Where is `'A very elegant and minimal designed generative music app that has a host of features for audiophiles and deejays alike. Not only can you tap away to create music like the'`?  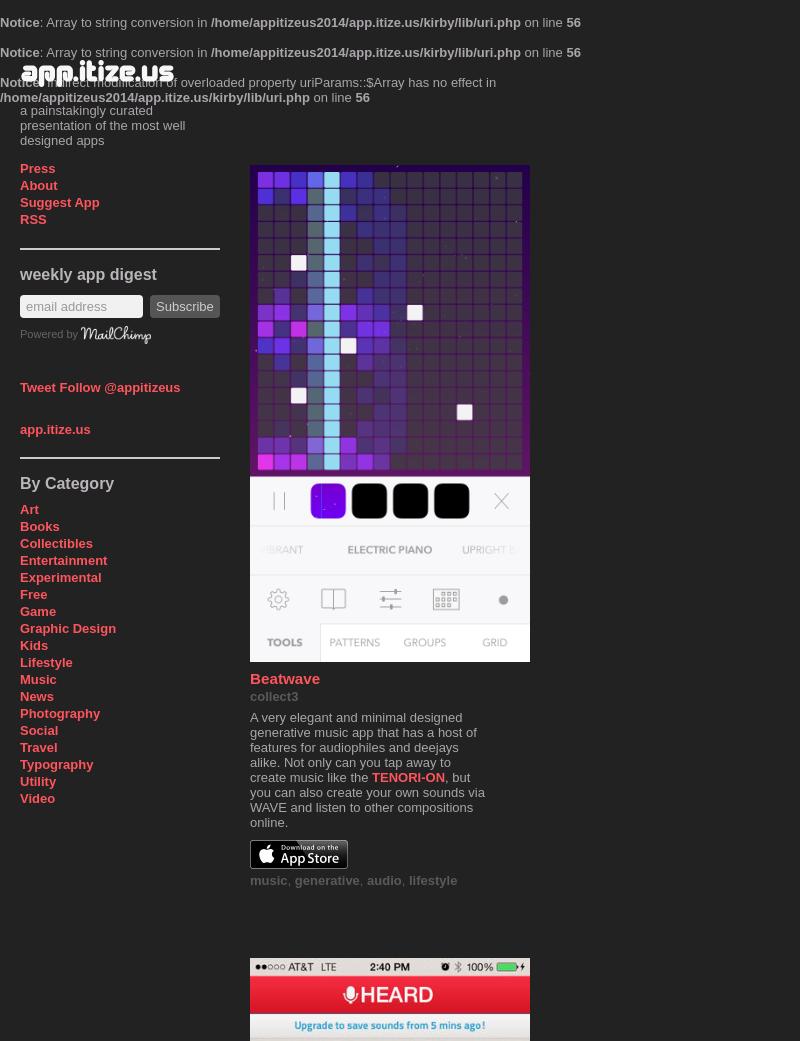
'A very elegant and minimal designed generative music app that has a host of features for audiophiles and deejays alike. Not only can you tap away to create music like the' is located at coordinates (362, 747).